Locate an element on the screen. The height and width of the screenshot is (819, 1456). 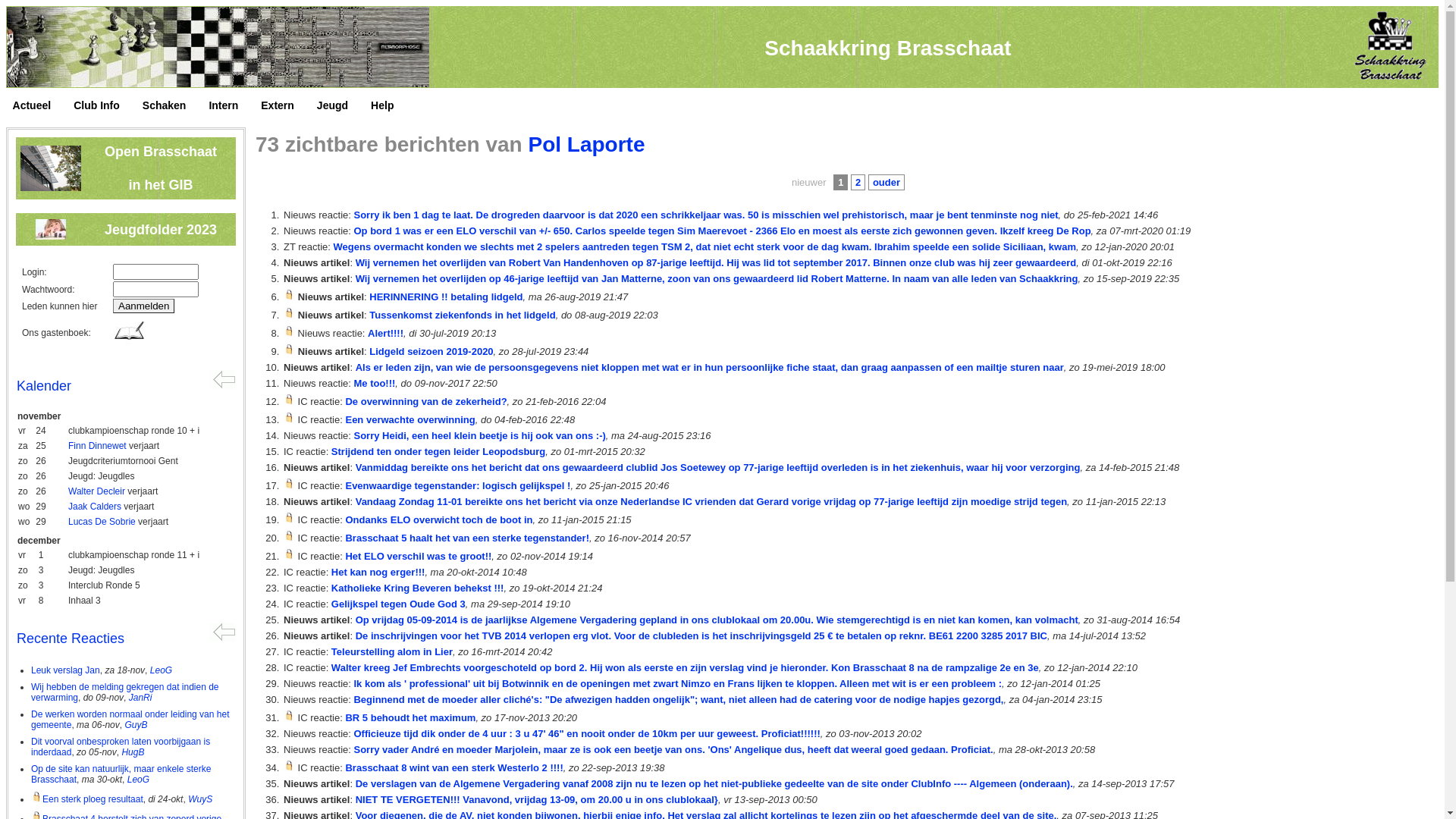
'Enkel zichtbaar voor clubleden' is located at coordinates (289, 483).